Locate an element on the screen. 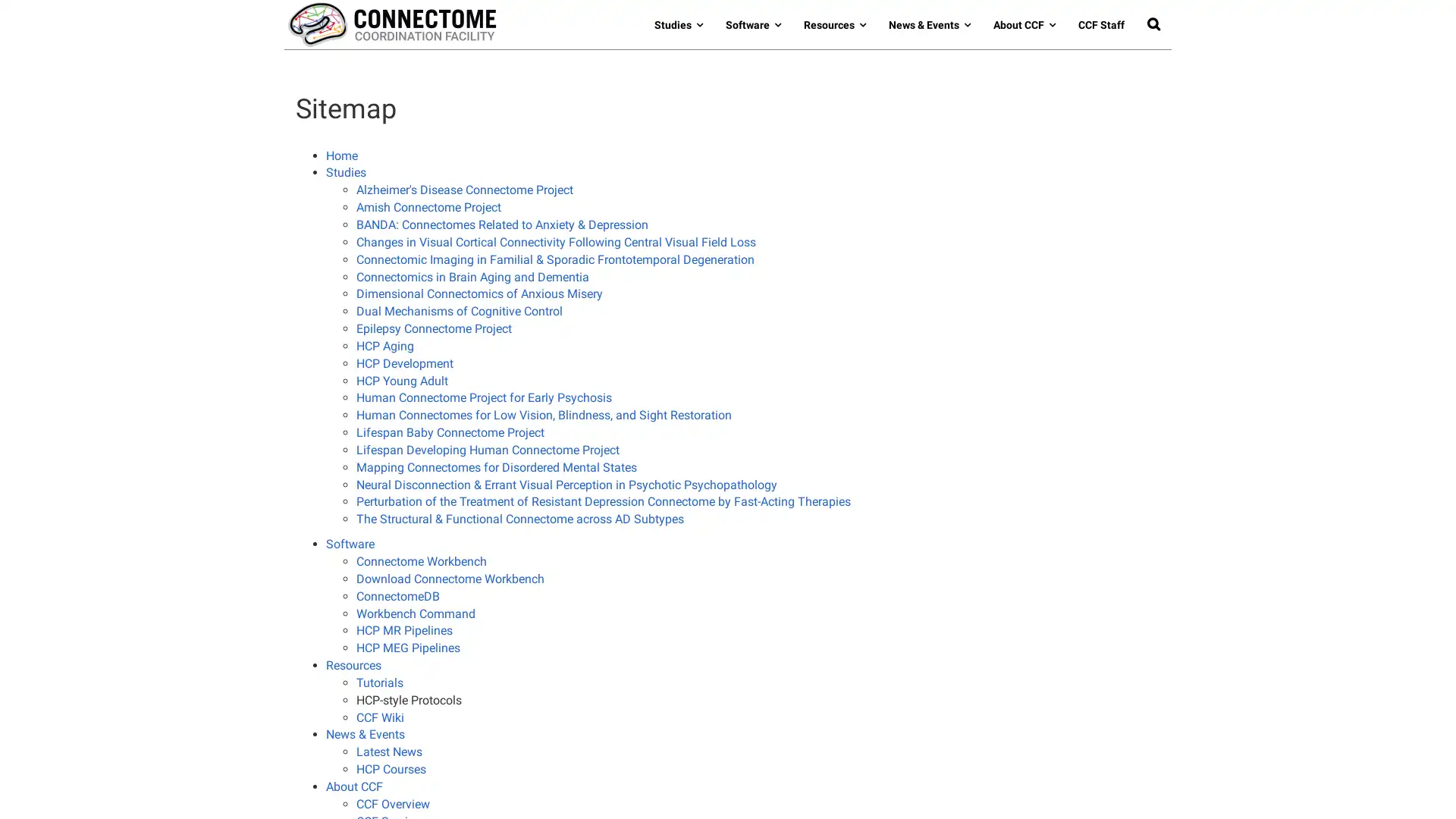  CCF Staff is located at coordinates (1101, 29).